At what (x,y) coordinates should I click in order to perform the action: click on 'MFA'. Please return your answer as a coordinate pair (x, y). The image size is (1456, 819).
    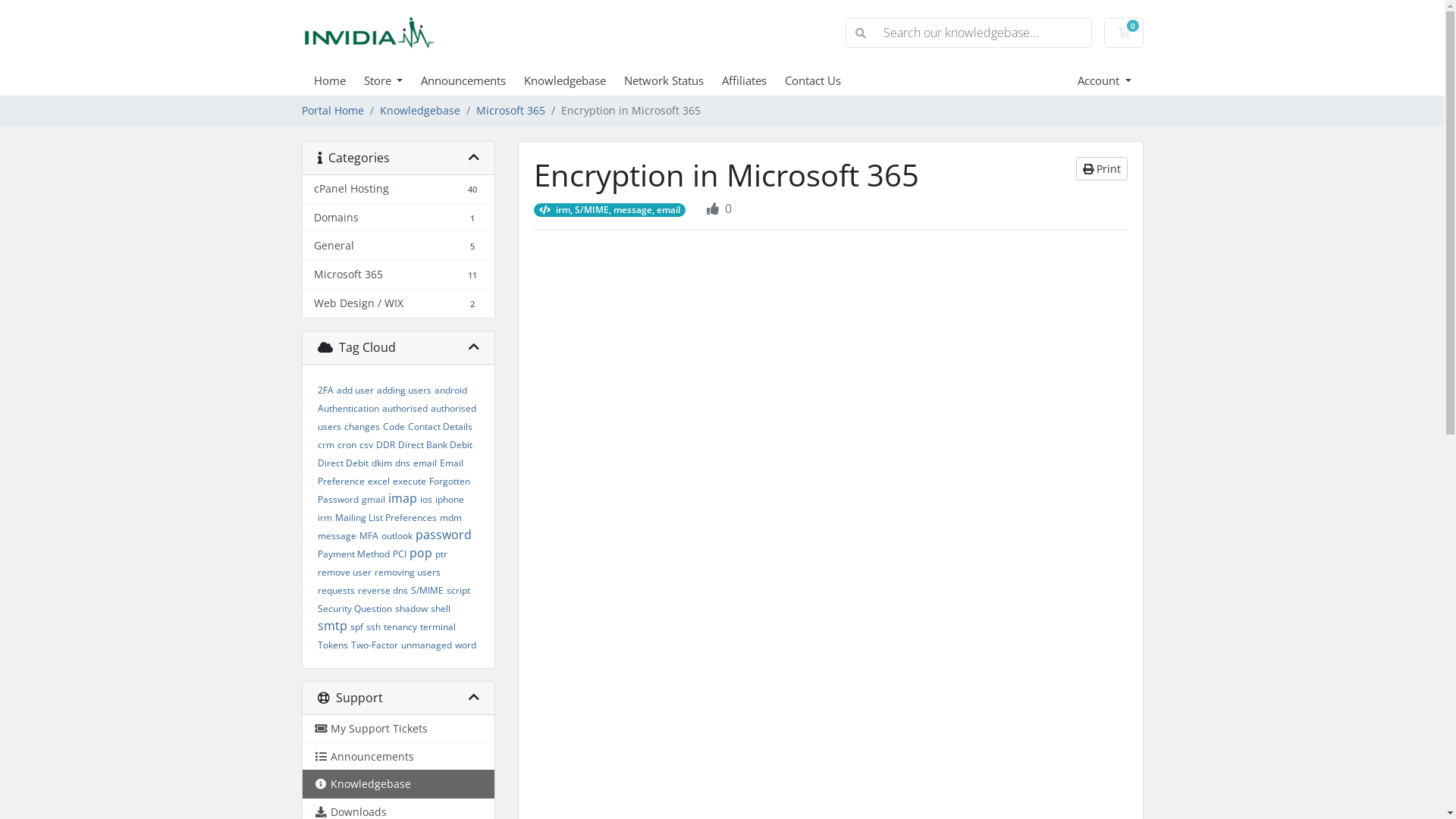
    Looking at the image, I should click on (369, 535).